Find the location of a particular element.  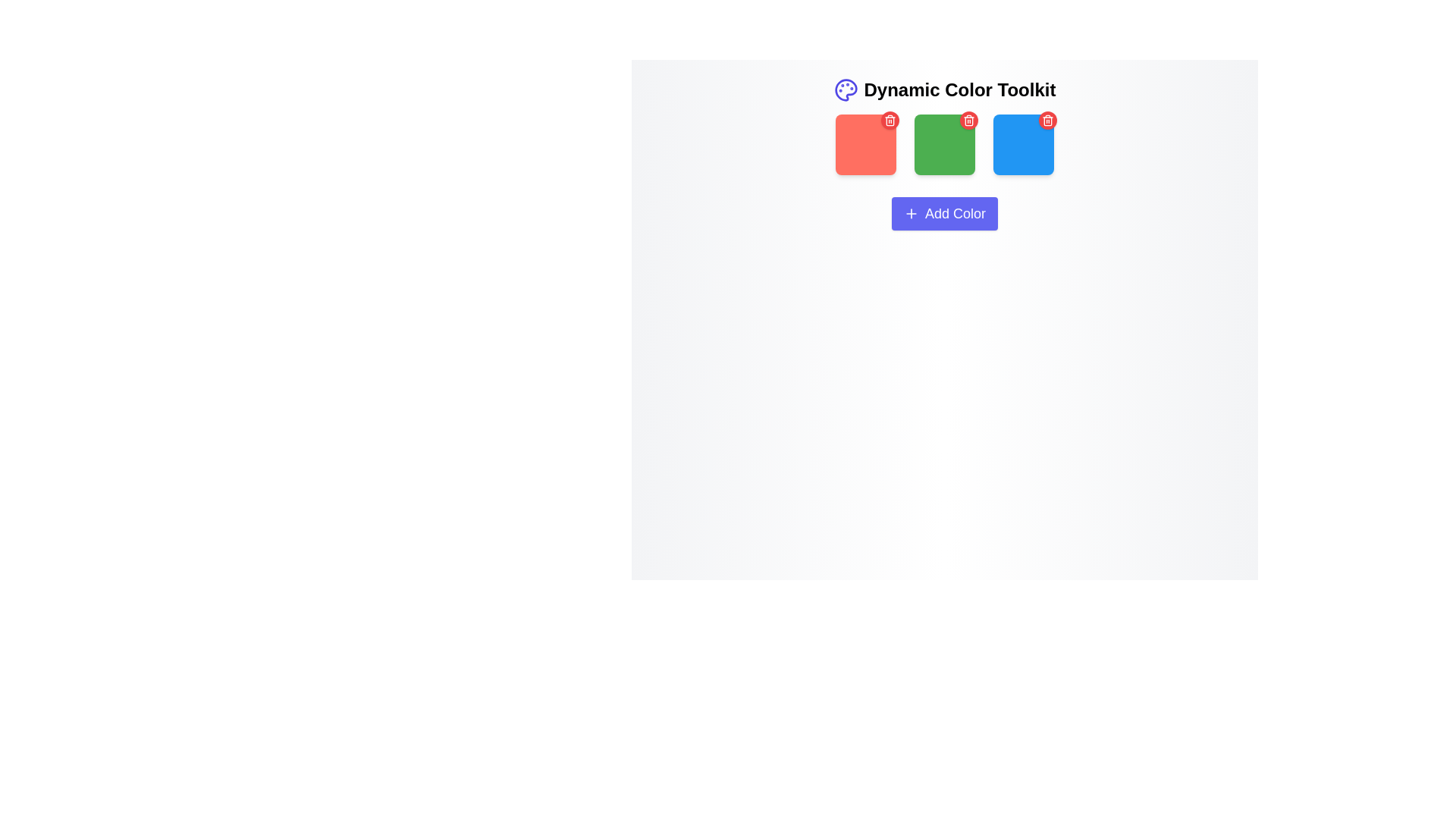

the selectable color card element, which is the second in a row of three color cards is located at coordinates (944, 146).